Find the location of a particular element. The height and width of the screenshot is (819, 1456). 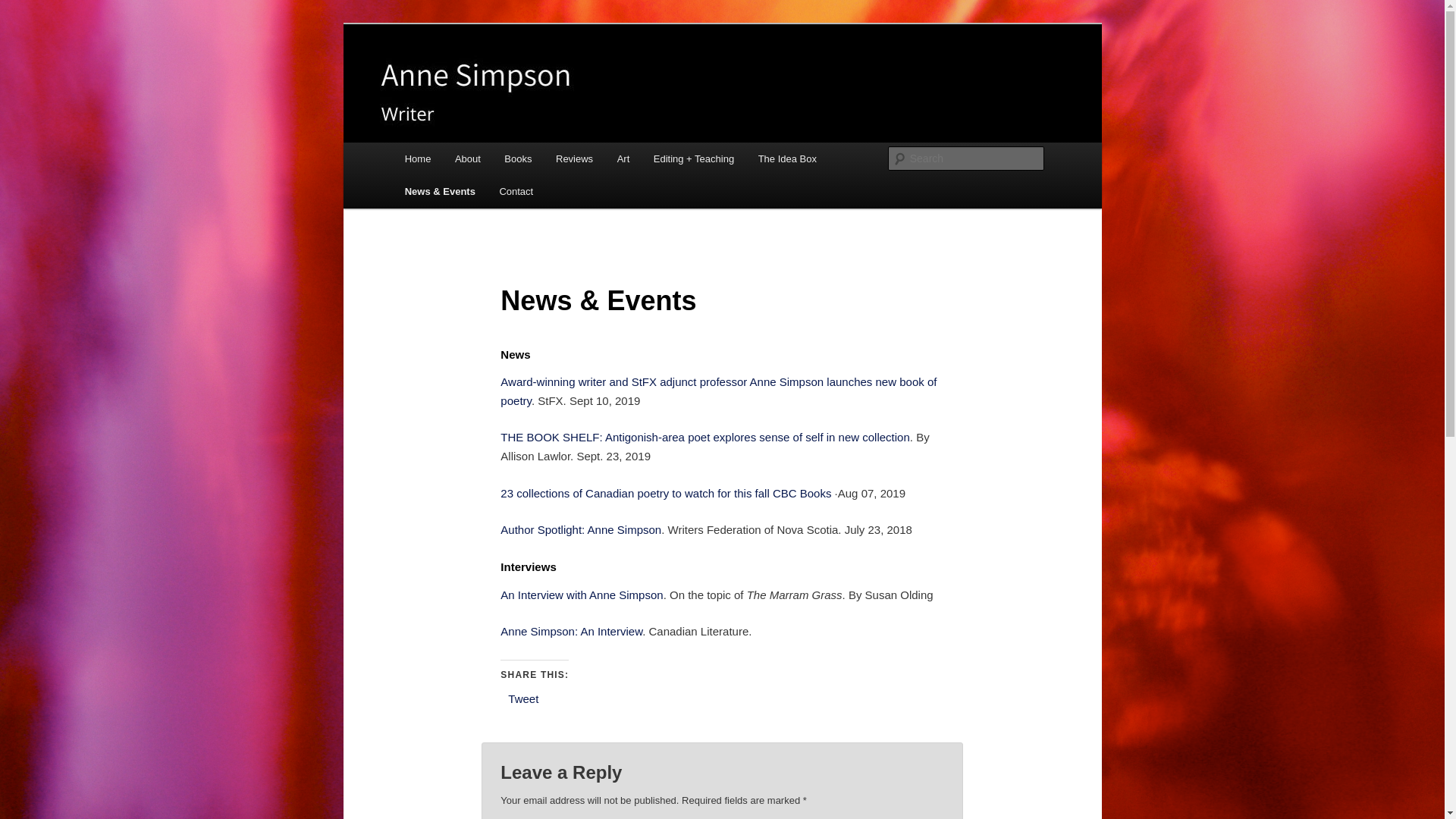

'Tweet' is located at coordinates (523, 698).